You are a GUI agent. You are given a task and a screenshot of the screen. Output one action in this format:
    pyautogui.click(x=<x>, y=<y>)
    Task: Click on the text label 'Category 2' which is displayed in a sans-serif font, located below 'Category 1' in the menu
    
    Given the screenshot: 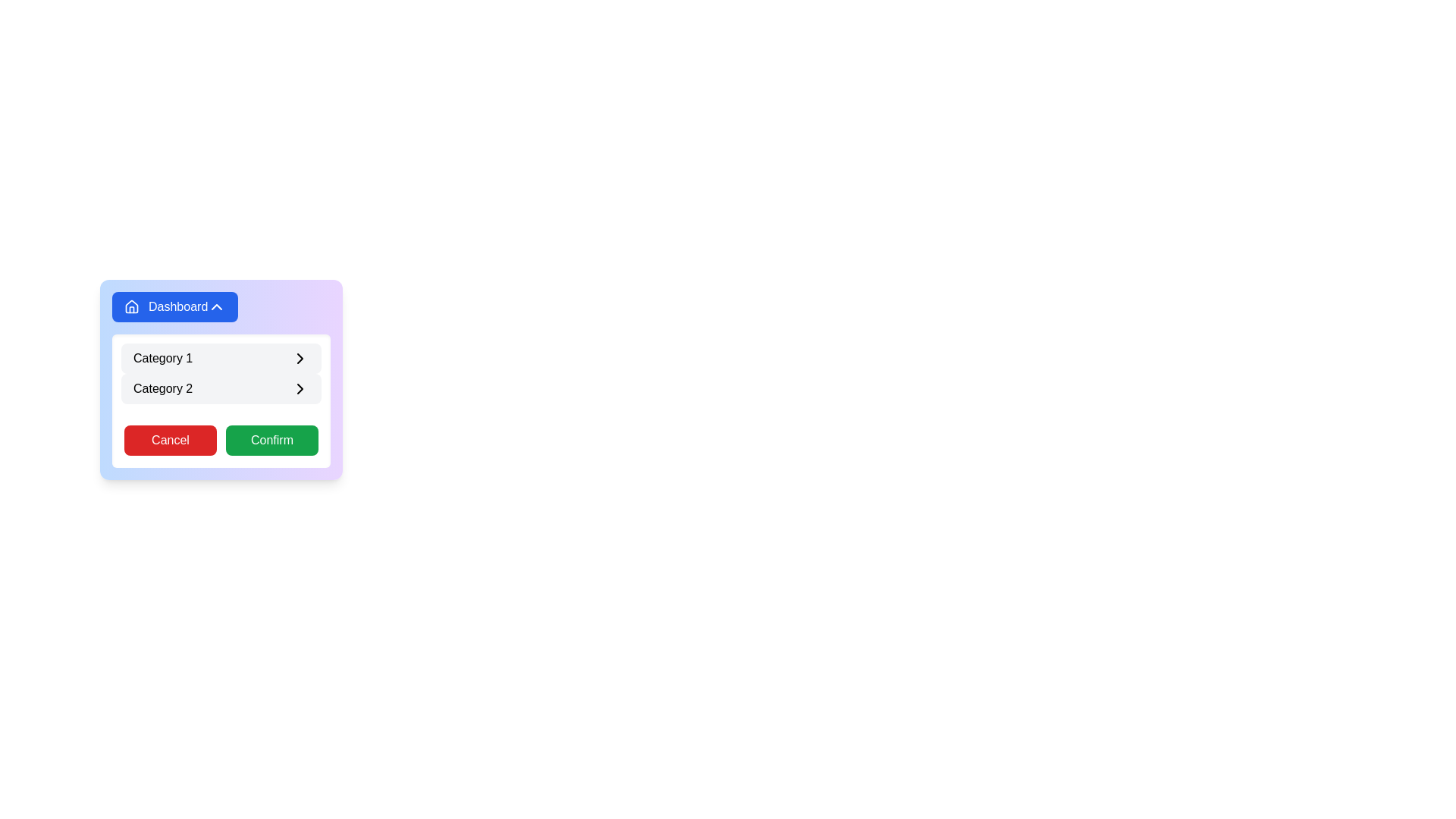 What is the action you would take?
    pyautogui.click(x=163, y=388)
    